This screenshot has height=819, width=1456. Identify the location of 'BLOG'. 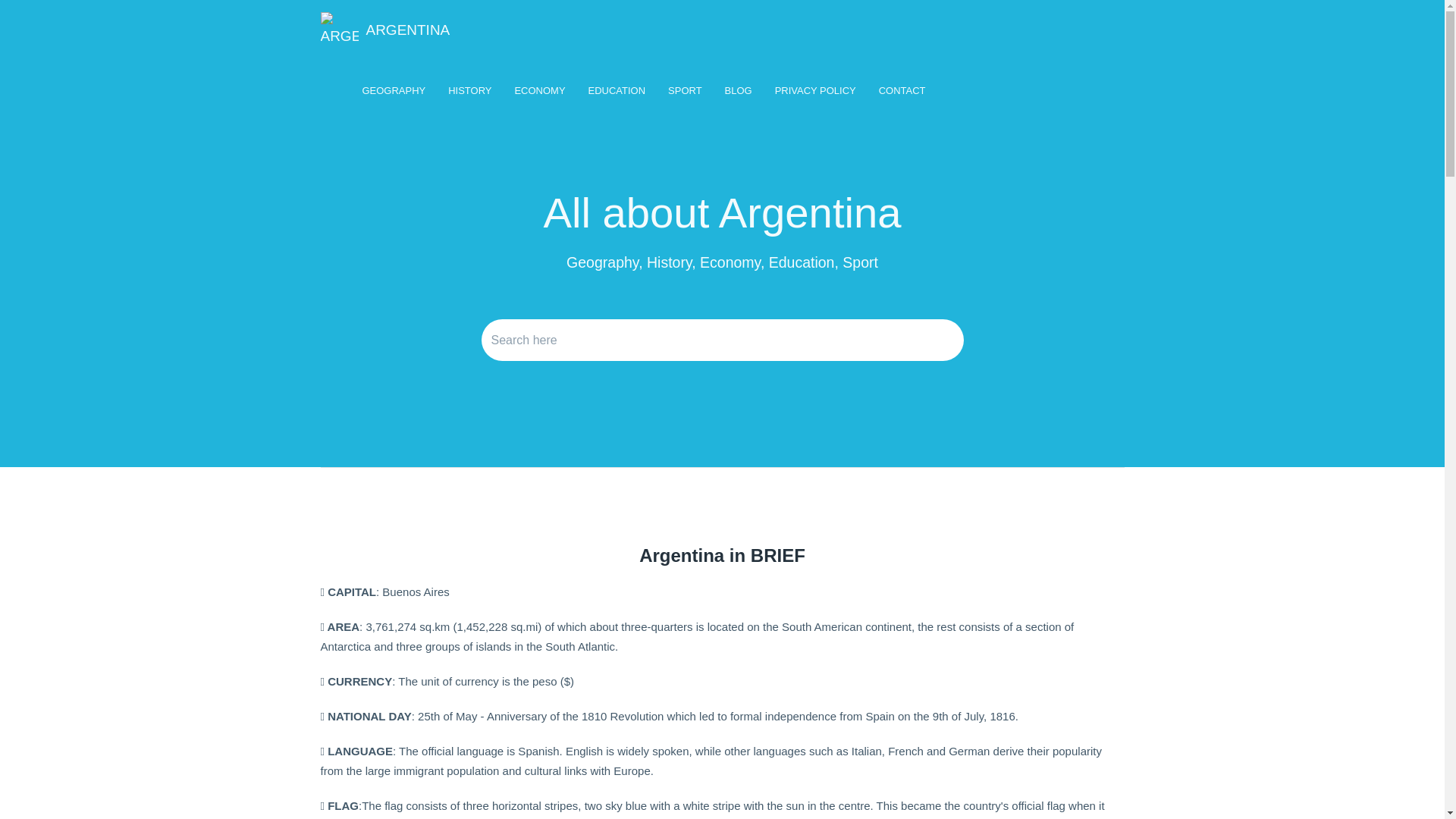
(739, 90).